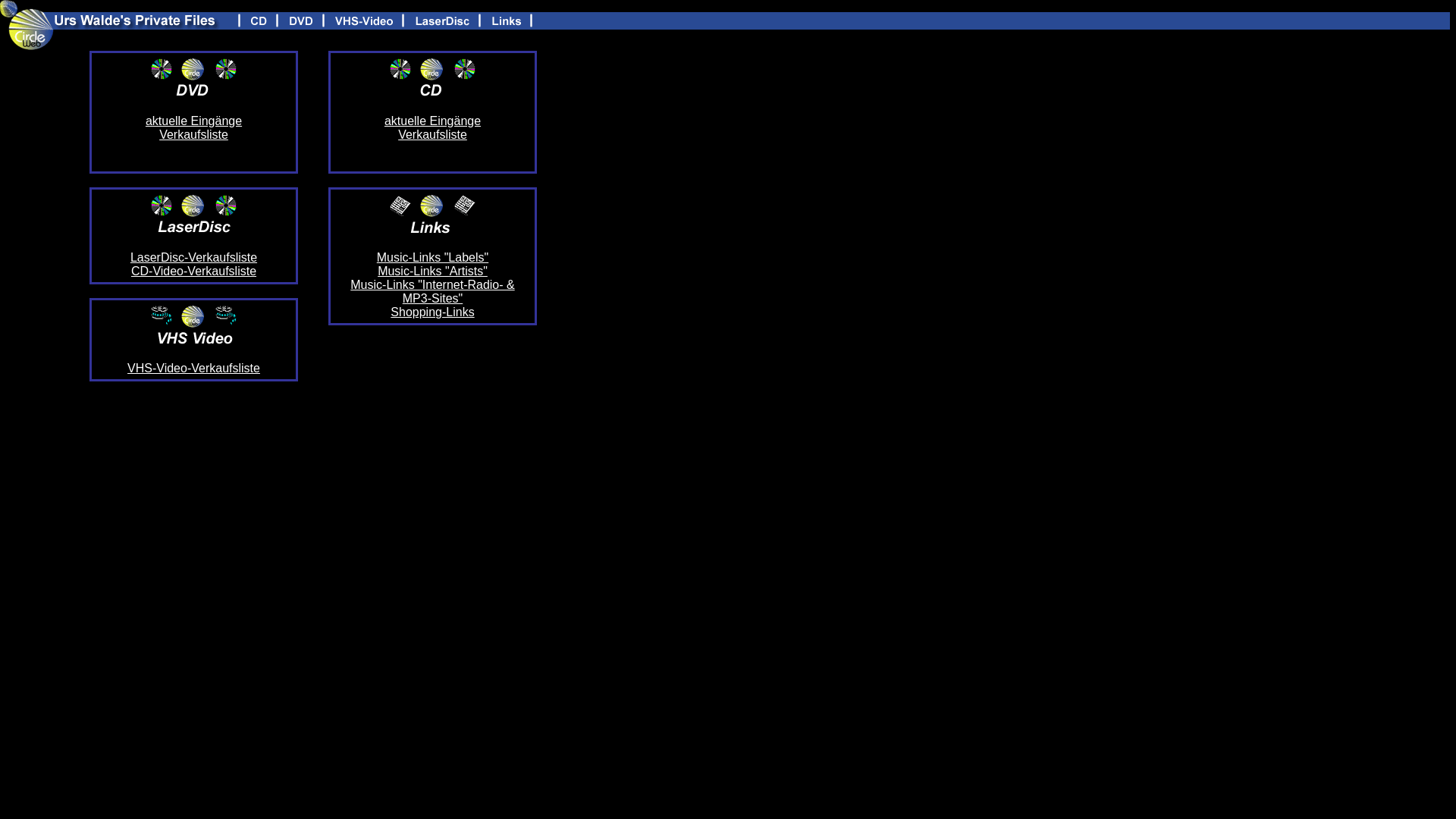  Describe the element at coordinates (431, 311) in the screenshot. I see `'Shopping-Links'` at that location.